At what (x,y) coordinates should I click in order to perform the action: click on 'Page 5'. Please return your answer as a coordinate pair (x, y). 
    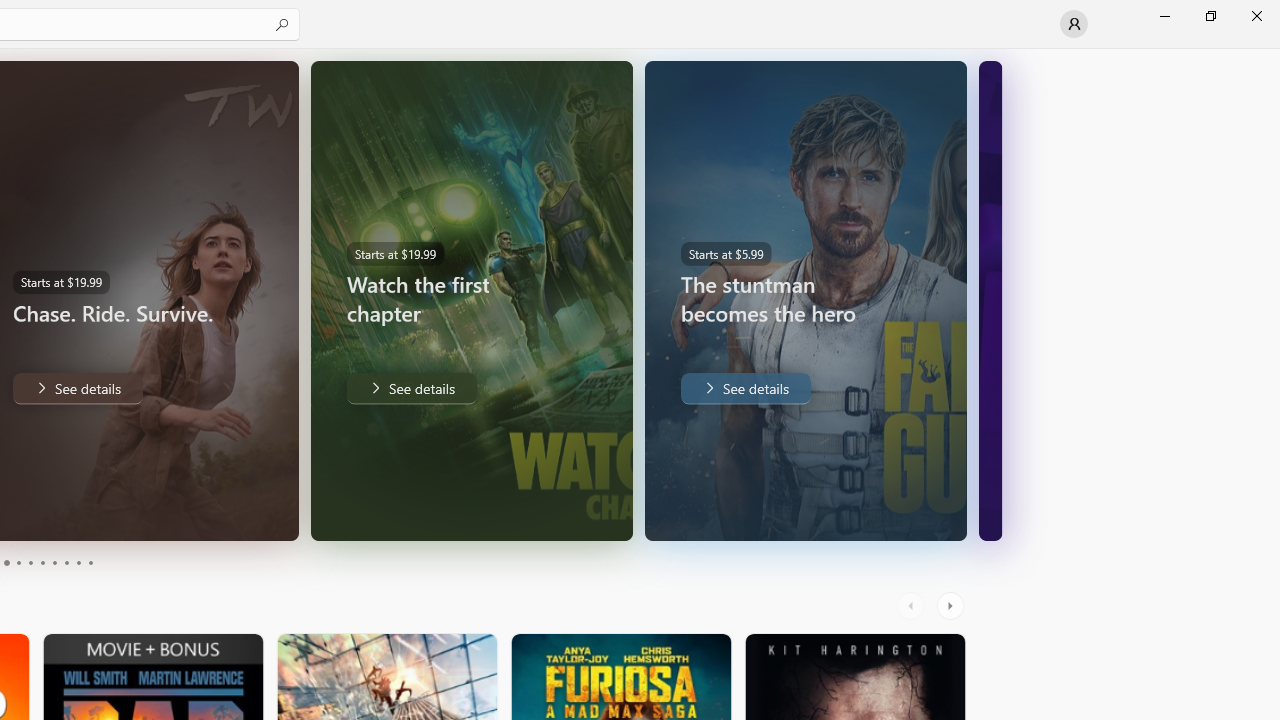
    Looking at the image, I should click on (30, 563).